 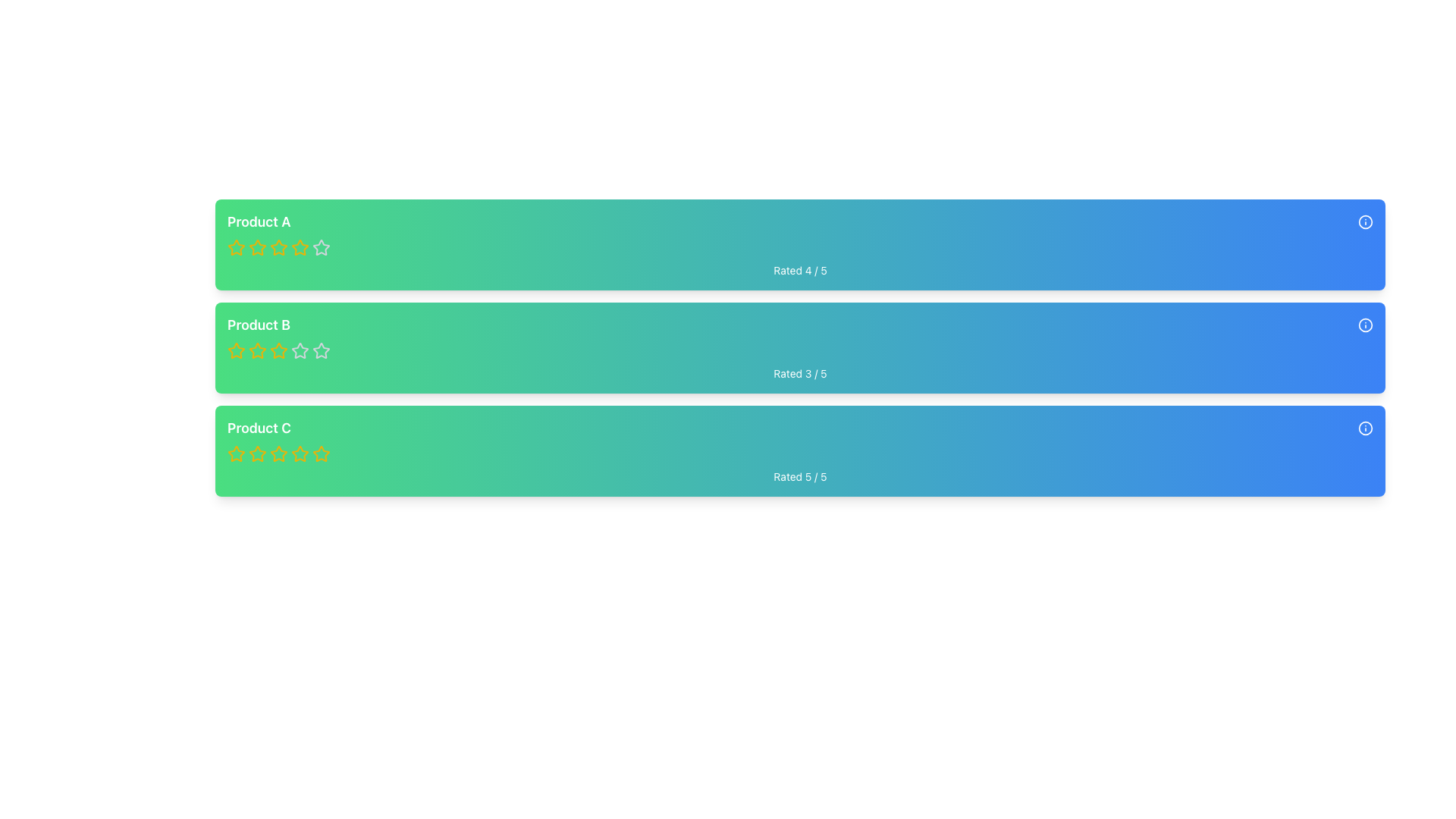 I want to click on the 5th star icon in the rating row of 'Product A' to interact with it, so click(x=320, y=247).